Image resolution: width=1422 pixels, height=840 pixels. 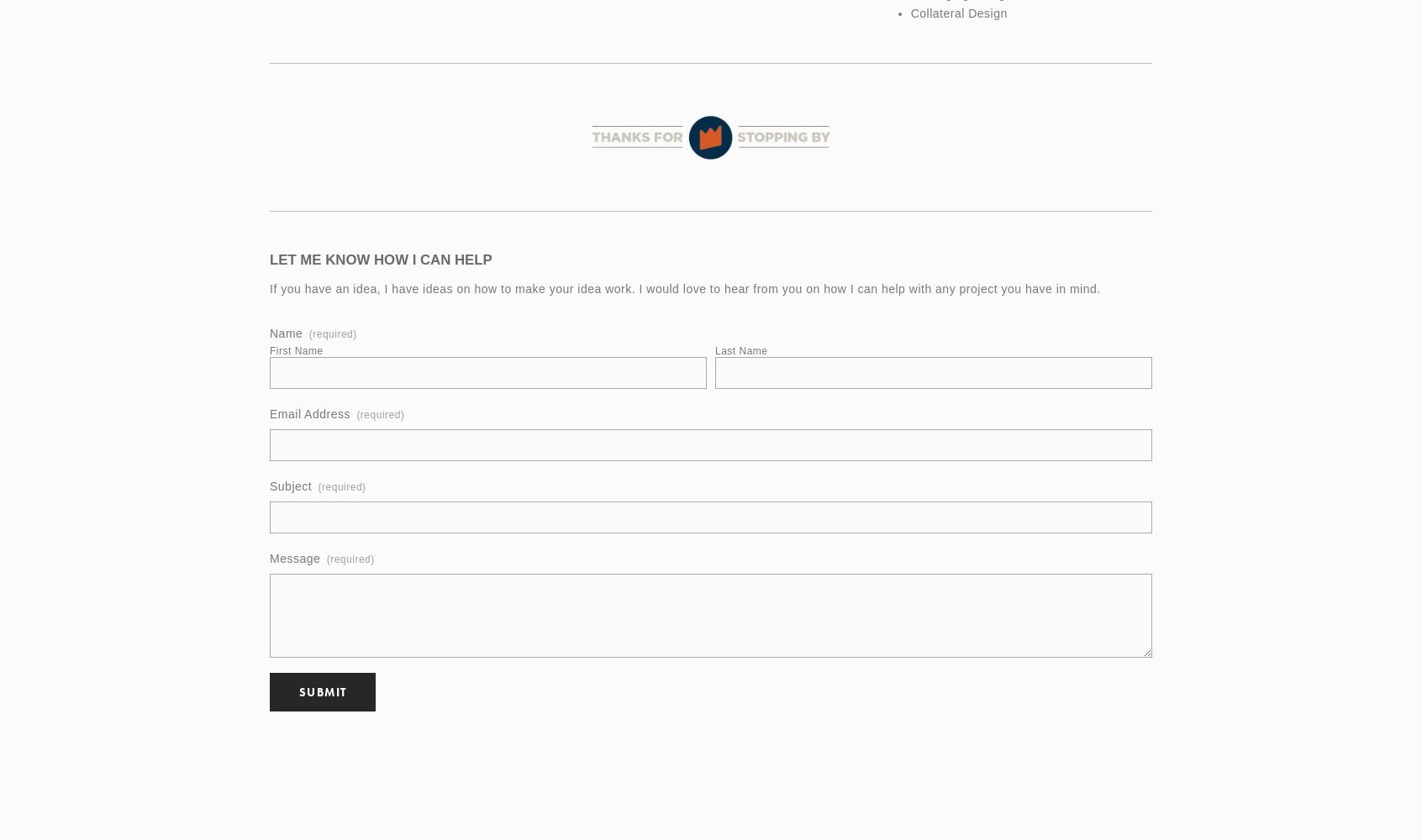 What do you see at coordinates (685, 287) in the screenshot?
I see `'If you have an idea, I have ideas on how to make your idea work. I would love to hear from you on how I can help with any project you have in mind.'` at bounding box center [685, 287].